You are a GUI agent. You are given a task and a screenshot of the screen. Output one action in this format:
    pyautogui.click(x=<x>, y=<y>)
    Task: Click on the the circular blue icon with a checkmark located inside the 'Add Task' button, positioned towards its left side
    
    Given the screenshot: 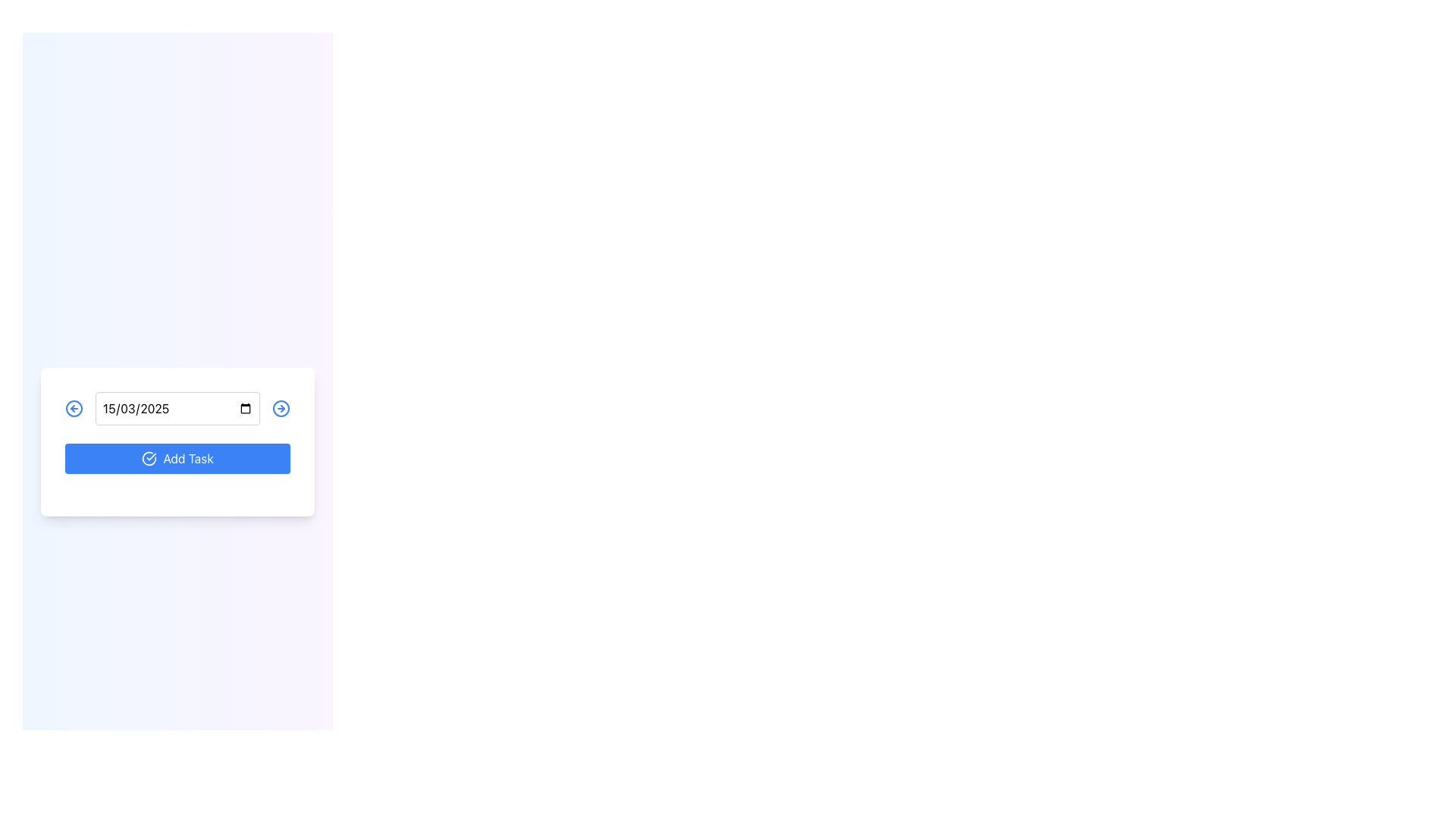 What is the action you would take?
    pyautogui.click(x=149, y=458)
    